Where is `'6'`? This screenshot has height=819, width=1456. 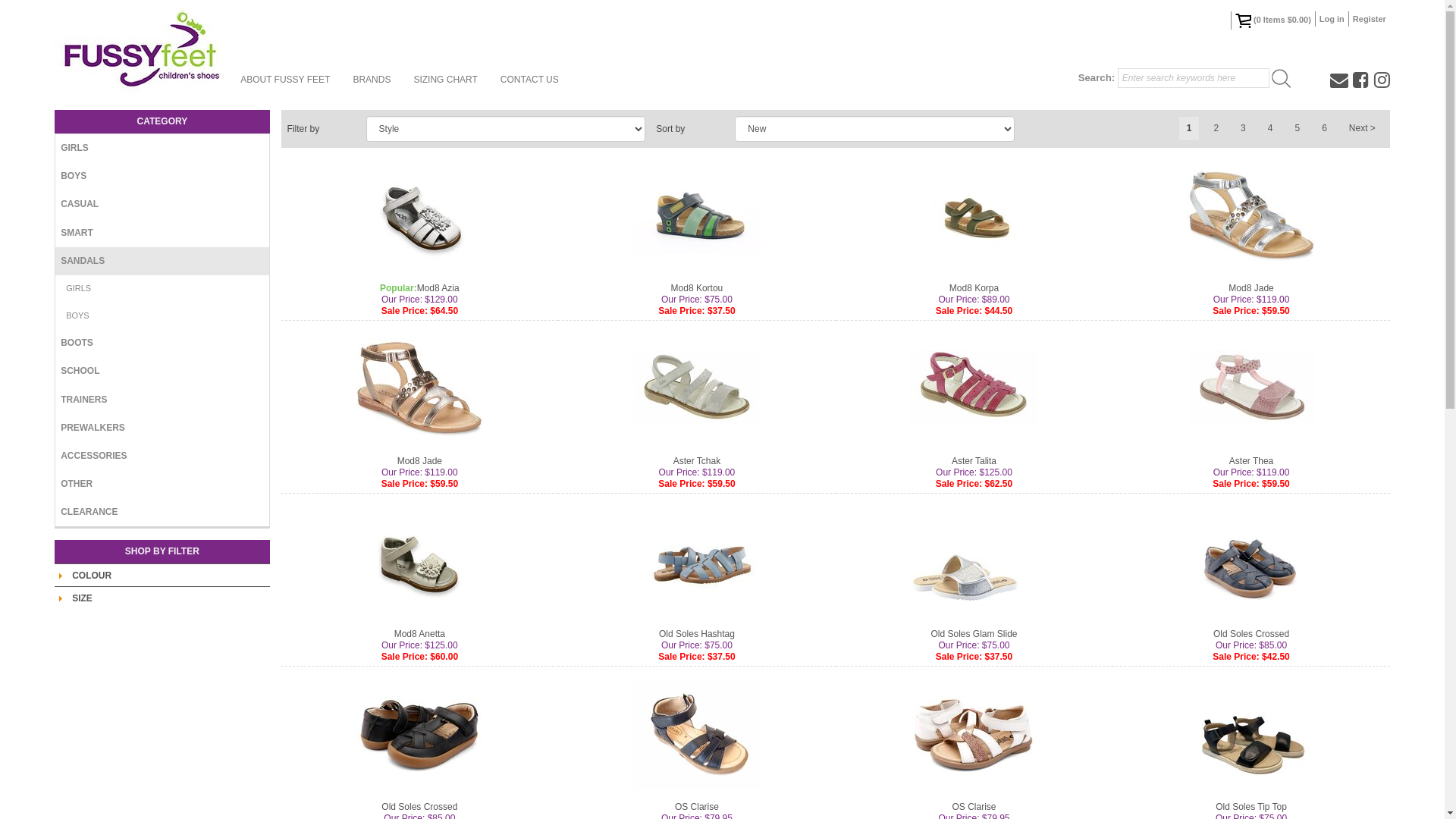 '6' is located at coordinates (1323, 127).